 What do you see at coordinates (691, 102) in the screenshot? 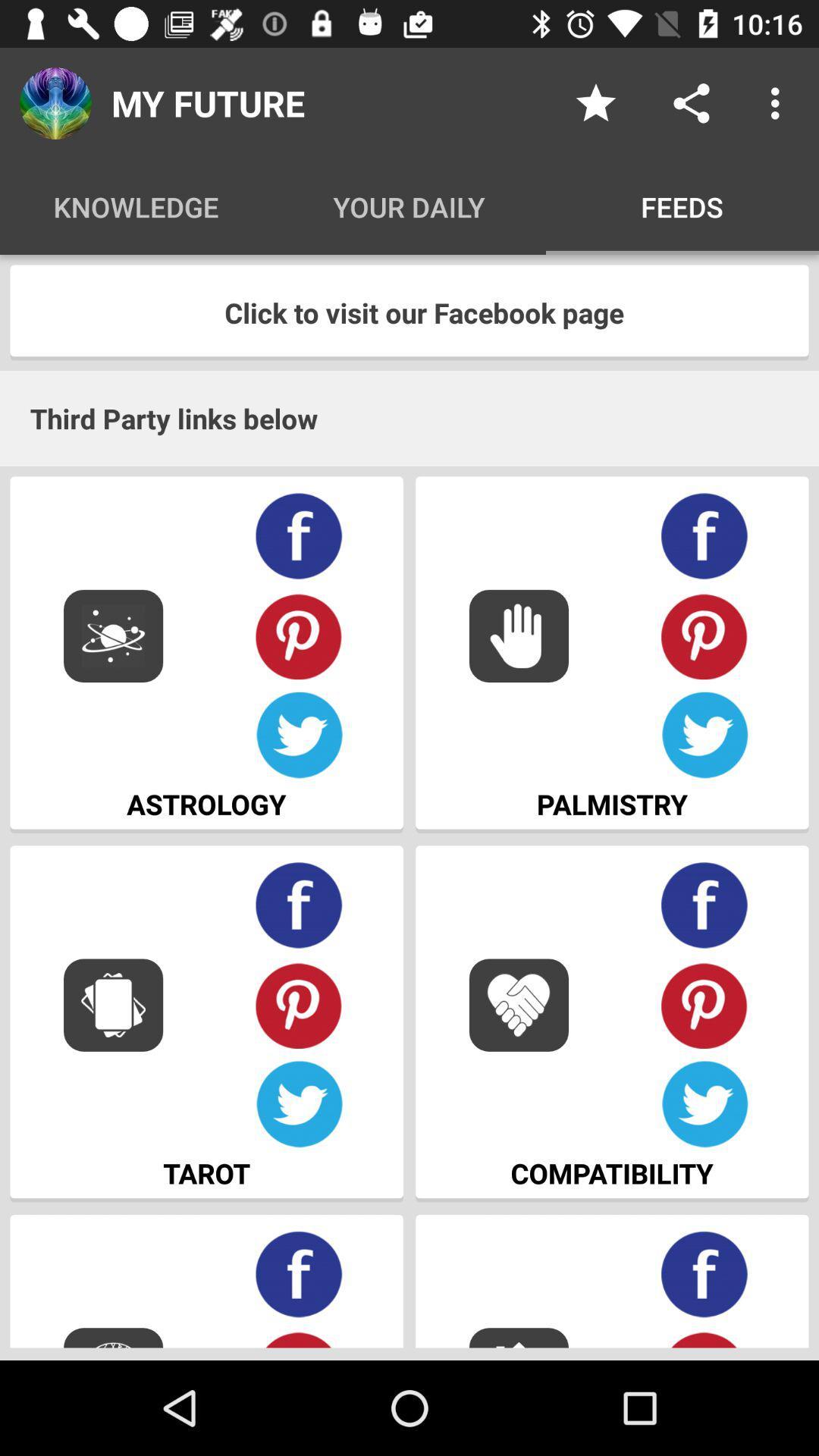
I see `the icon above the feeds` at bounding box center [691, 102].